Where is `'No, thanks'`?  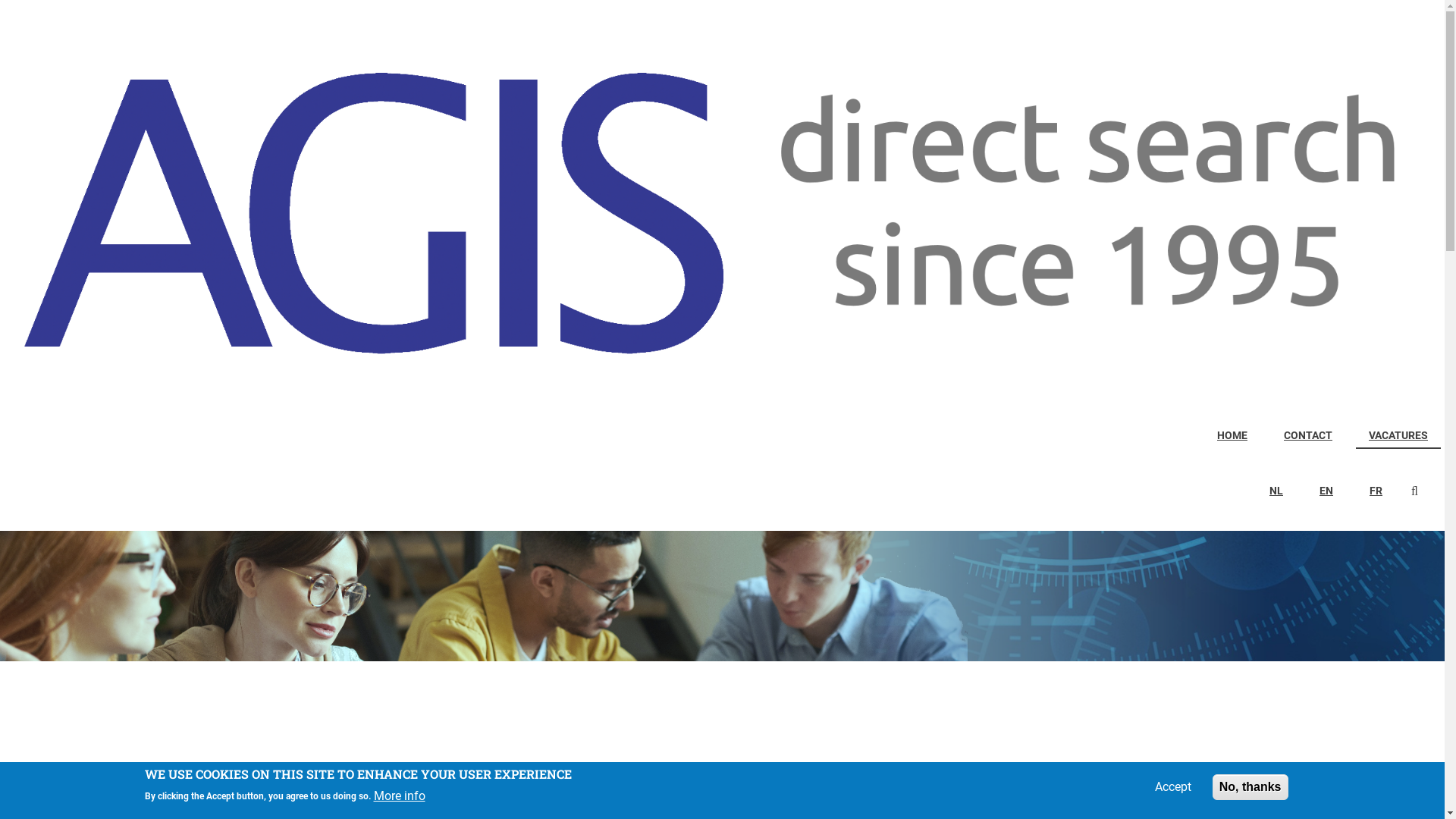
'No, thanks' is located at coordinates (1250, 786).